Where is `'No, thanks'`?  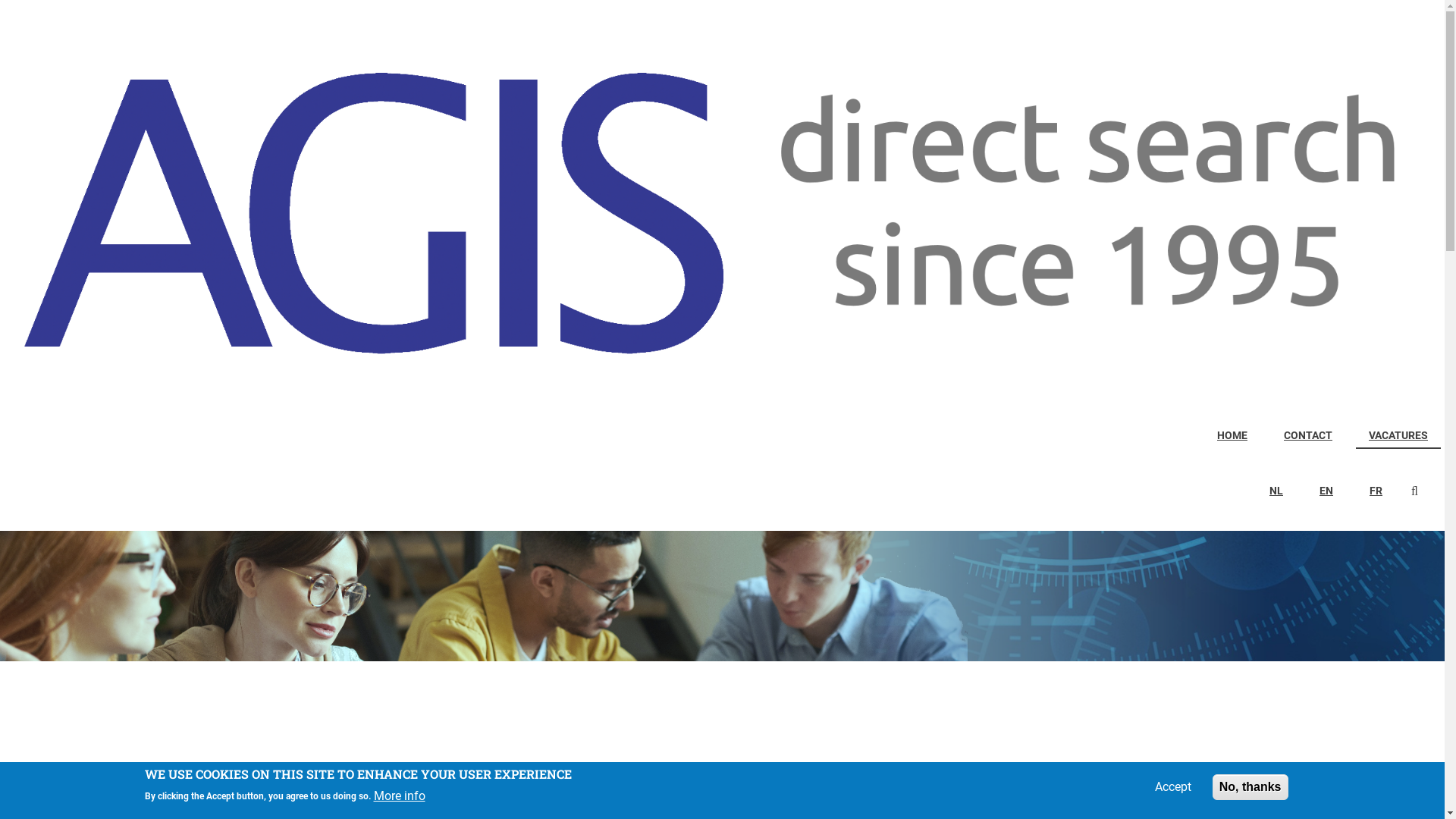
'No, thanks' is located at coordinates (1250, 786).